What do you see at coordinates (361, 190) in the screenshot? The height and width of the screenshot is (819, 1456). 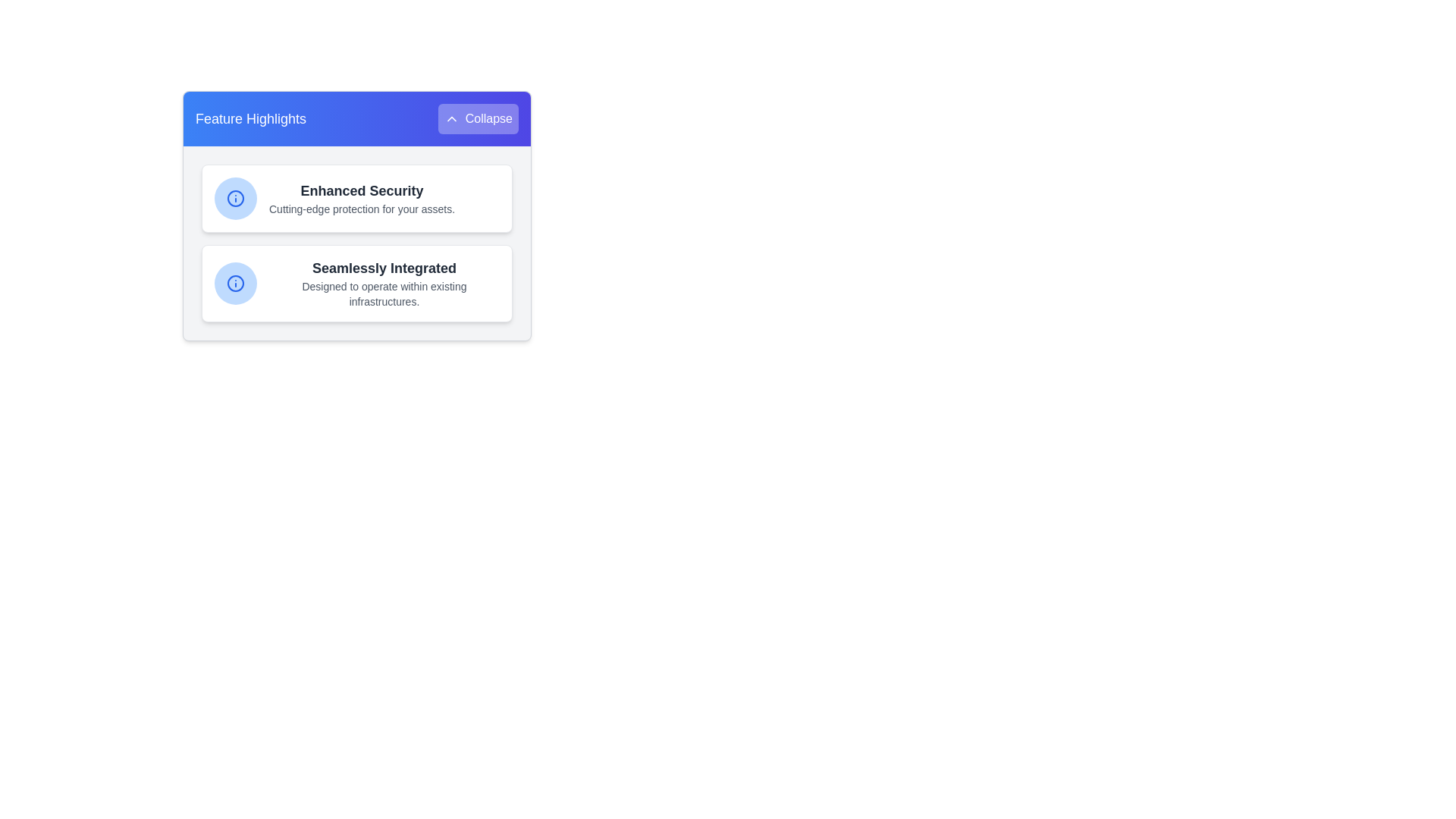 I see `the Text Label that serves as a title or header for the feature, positioned above a secondary text element under the 'Feature Highlights' section` at bounding box center [361, 190].